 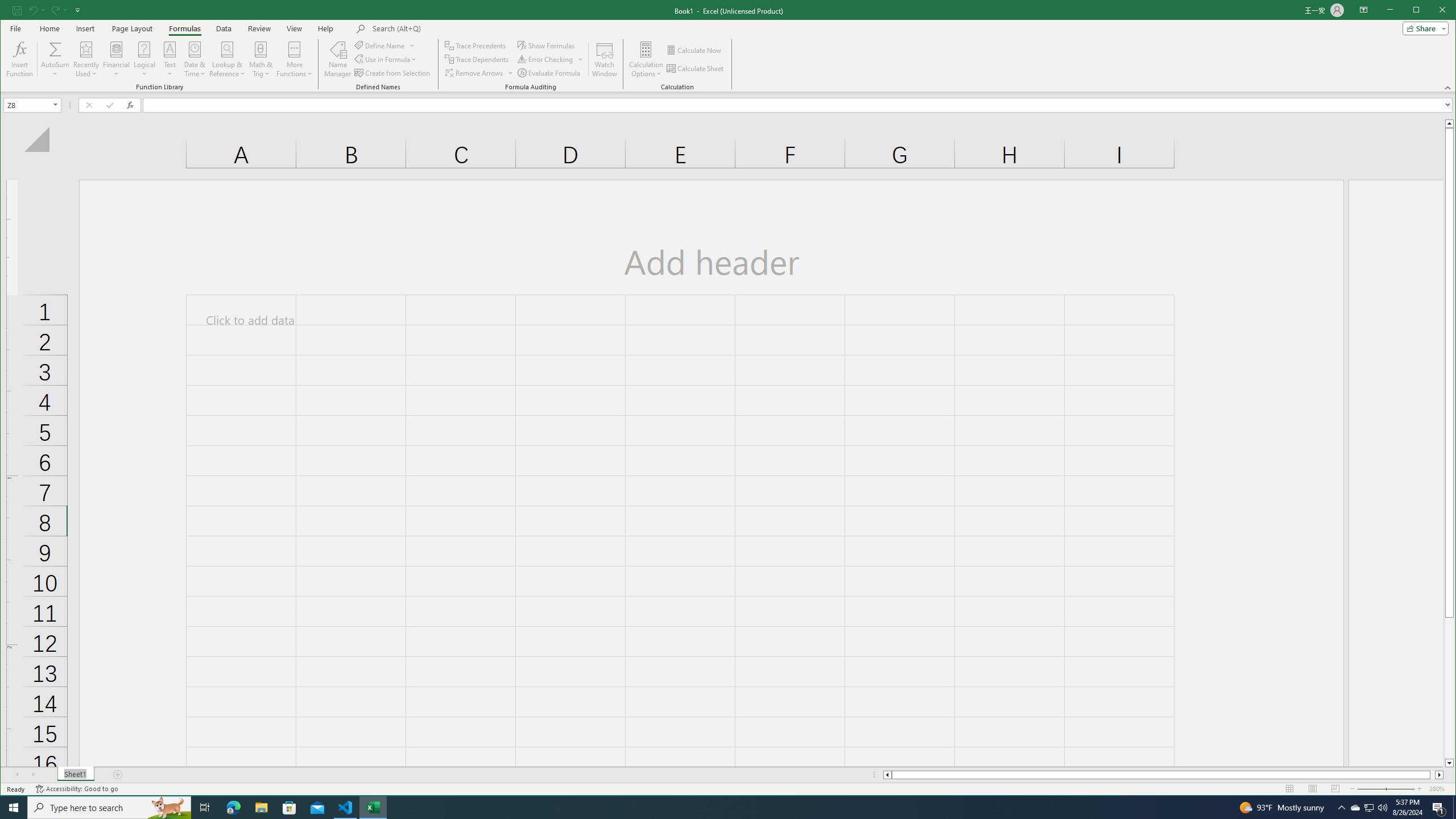 I want to click on 'Maximize', so click(x=1433, y=11).